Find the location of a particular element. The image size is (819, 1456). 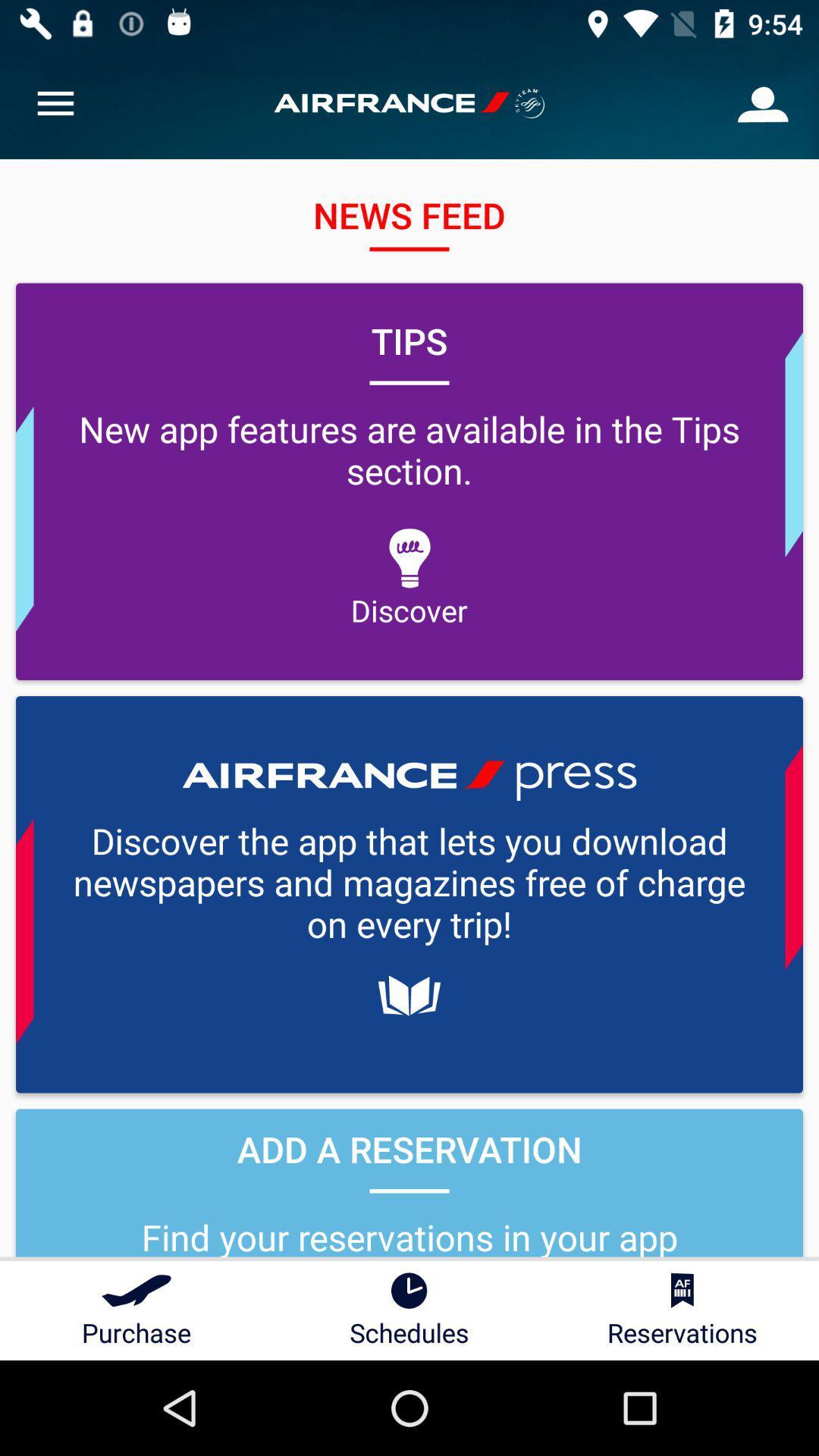

the icon to the left of the schedules item is located at coordinates (136, 1310).